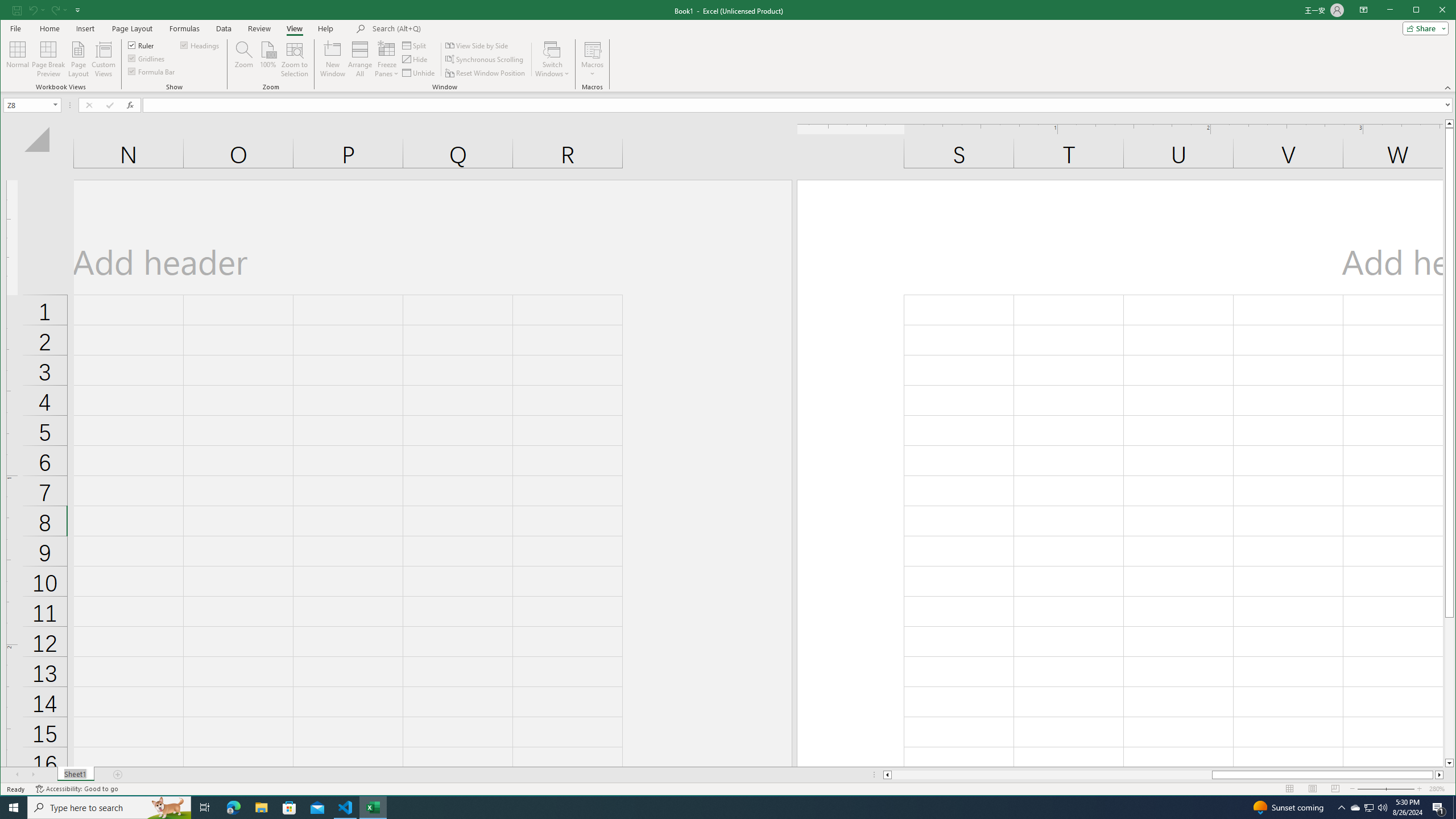 This screenshot has height=819, width=1456. I want to click on 'Split', so click(415, 45).